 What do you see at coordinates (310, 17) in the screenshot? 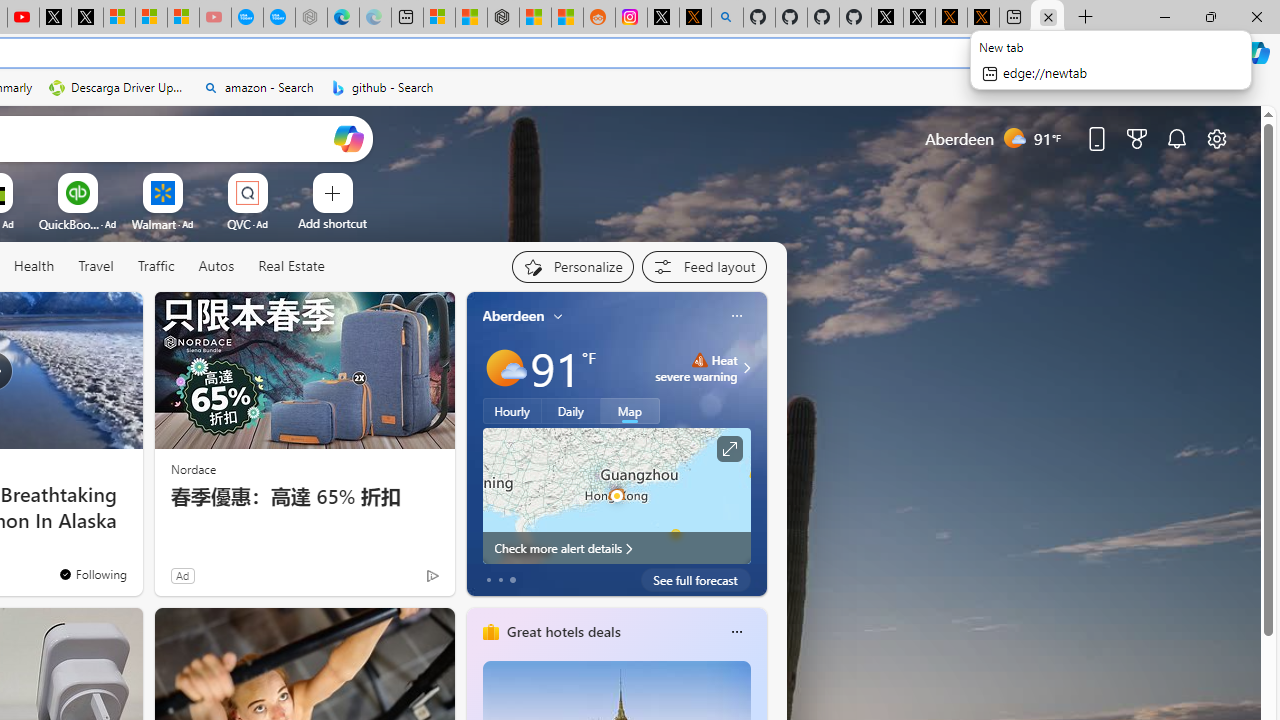
I see `'Nordace - Nordace has arrived Hong Kong - Sleeping'` at bounding box center [310, 17].